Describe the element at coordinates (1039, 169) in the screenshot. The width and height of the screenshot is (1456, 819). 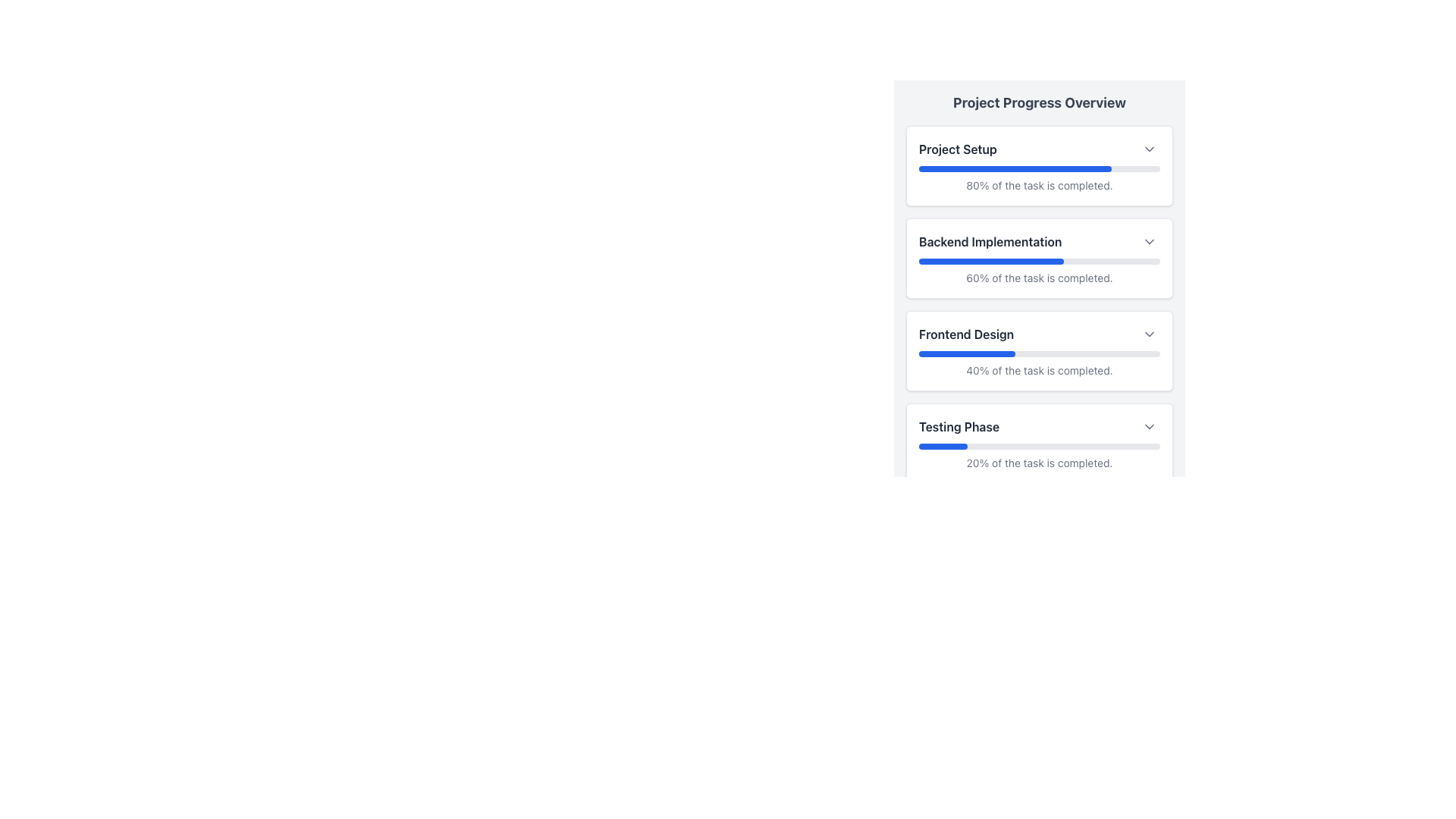
I see `the horizontal progress bar in the 'Project Setup' section of the 'Project Progress Overview', which is styled with a gray background and a blue filled portion indicating 80% completion` at that location.